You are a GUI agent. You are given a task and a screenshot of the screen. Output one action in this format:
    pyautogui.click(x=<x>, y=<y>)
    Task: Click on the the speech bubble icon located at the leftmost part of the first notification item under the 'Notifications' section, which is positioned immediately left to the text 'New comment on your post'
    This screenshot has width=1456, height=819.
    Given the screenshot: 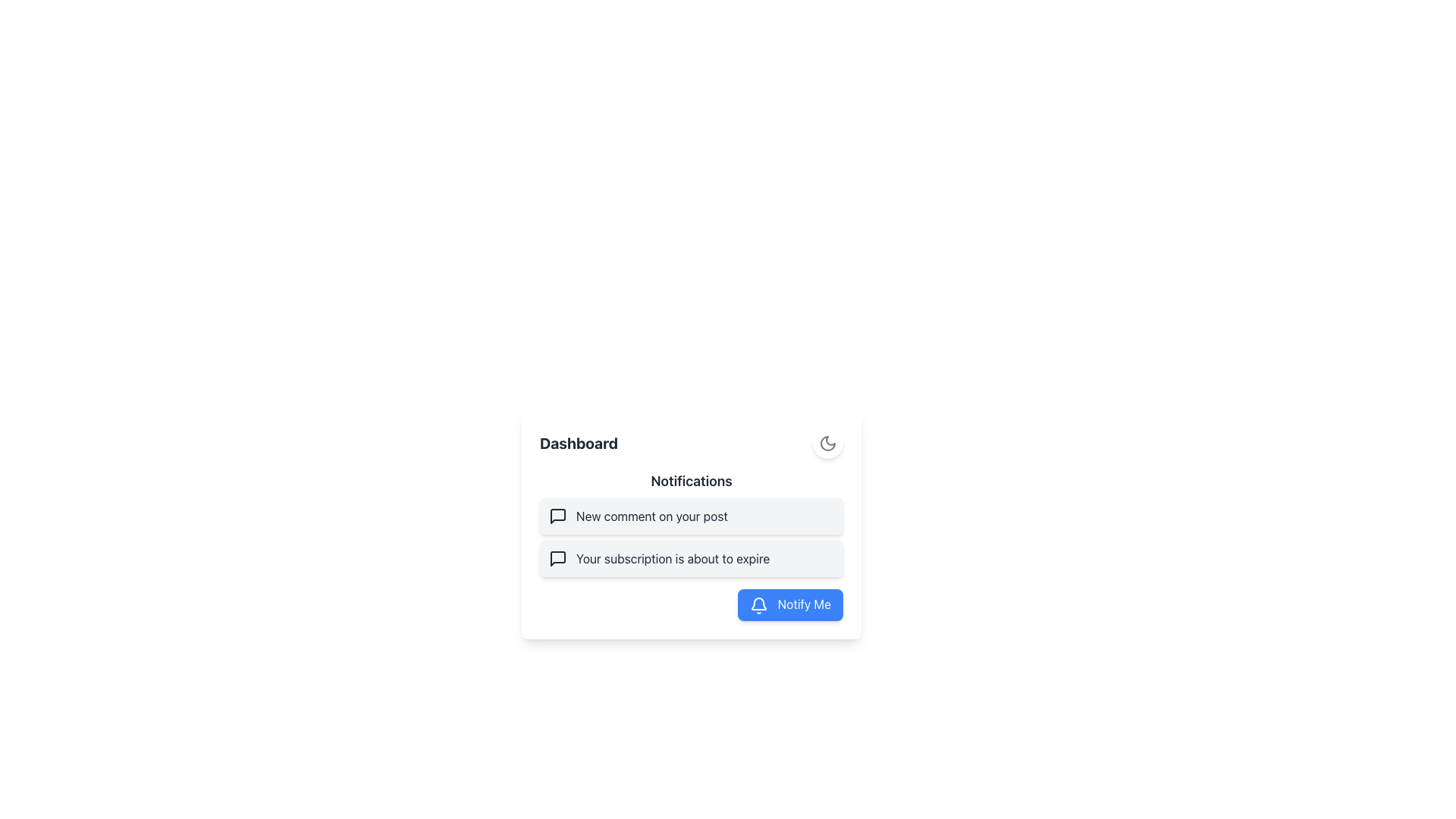 What is the action you would take?
    pyautogui.click(x=557, y=516)
    